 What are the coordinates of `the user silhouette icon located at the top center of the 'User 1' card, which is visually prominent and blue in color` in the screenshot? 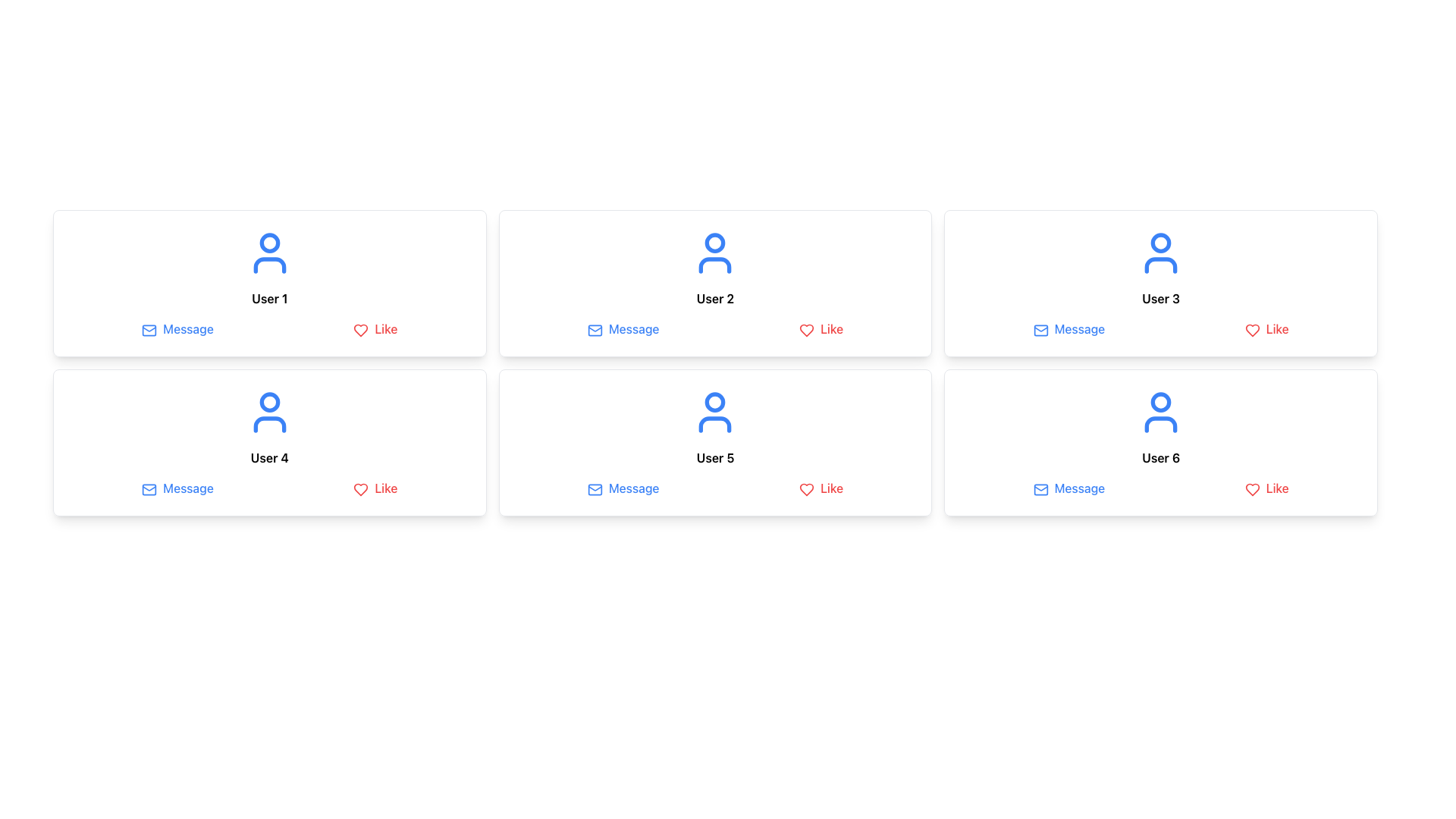 It's located at (269, 253).